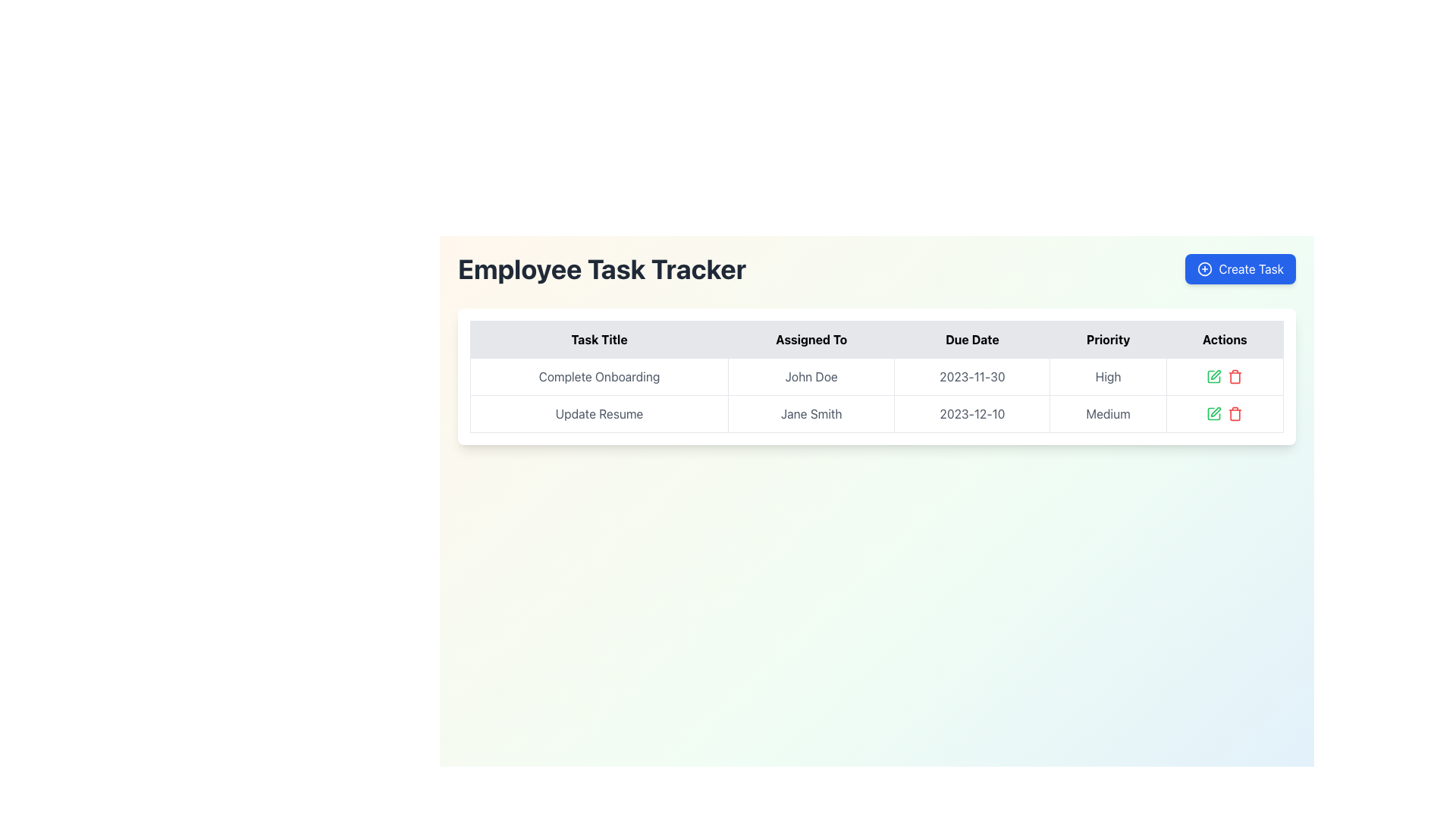 This screenshot has height=819, width=1456. Describe the element at coordinates (598, 376) in the screenshot. I see `the Text Display element that shows the task title in the first row of the table under the 'Task Title' column` at that location.